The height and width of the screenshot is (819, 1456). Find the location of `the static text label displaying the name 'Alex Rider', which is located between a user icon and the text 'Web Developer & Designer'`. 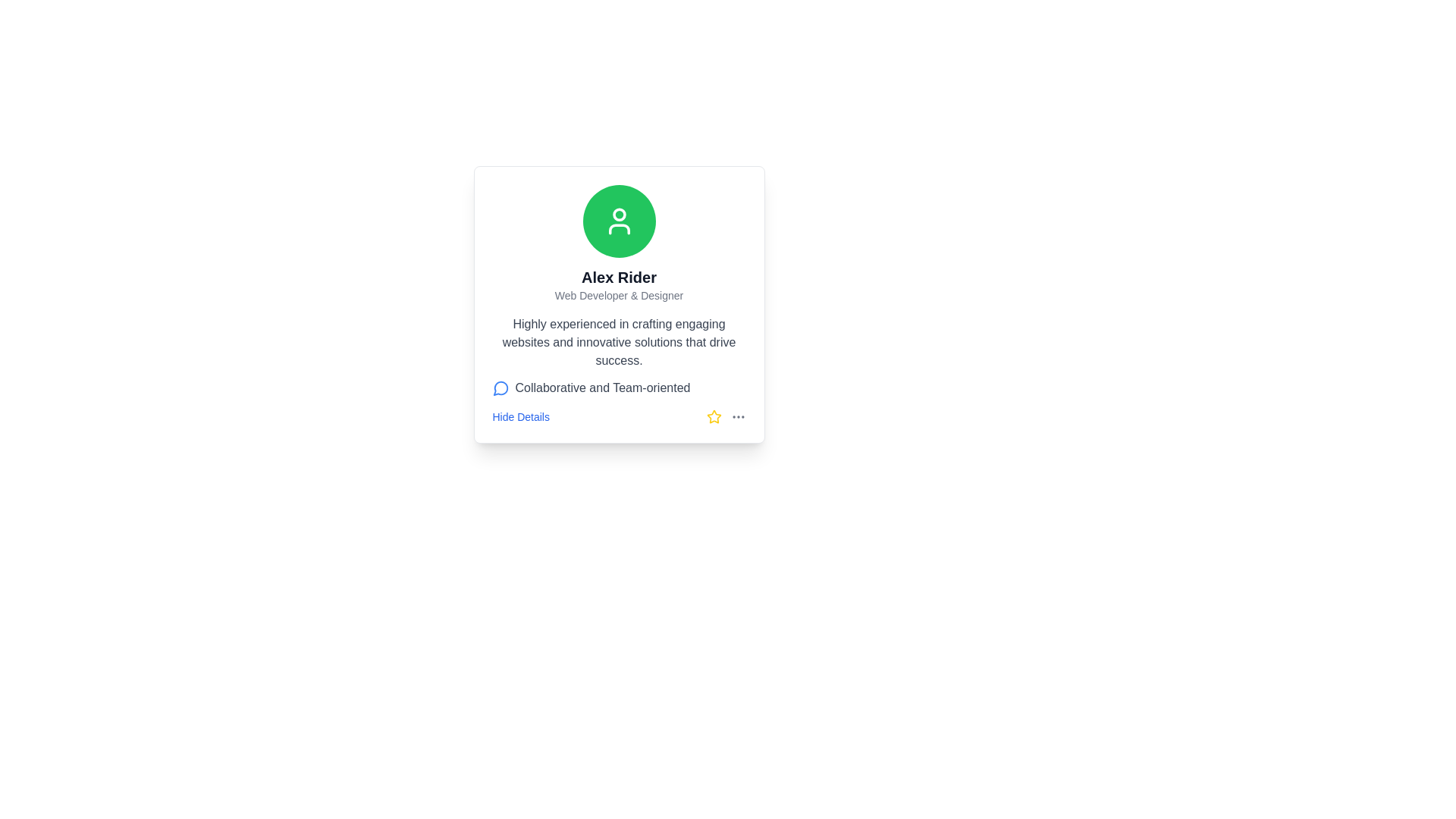

the static text label displaying the name 'Alex Rider', which is located between a user icon and the text 'Web Developer & Designer' is located at coordinates (619, 278).